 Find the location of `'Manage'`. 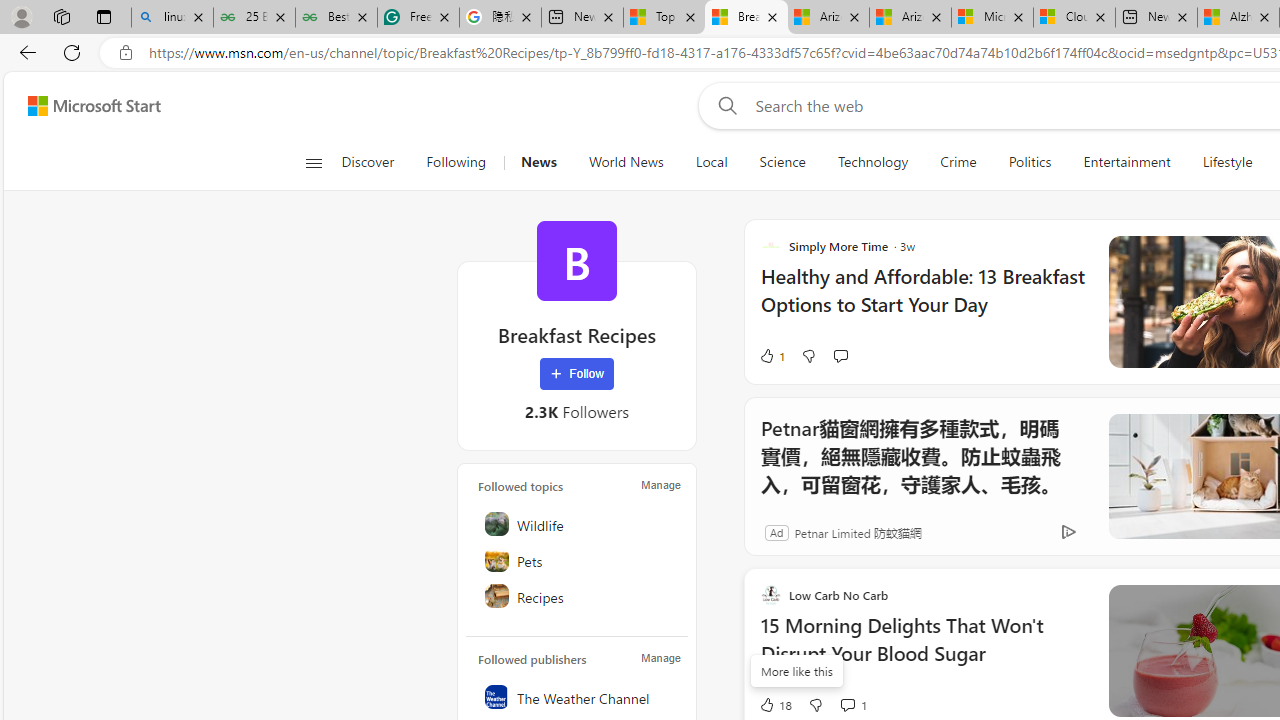

'Manage' is located at coordinates (661, 658).